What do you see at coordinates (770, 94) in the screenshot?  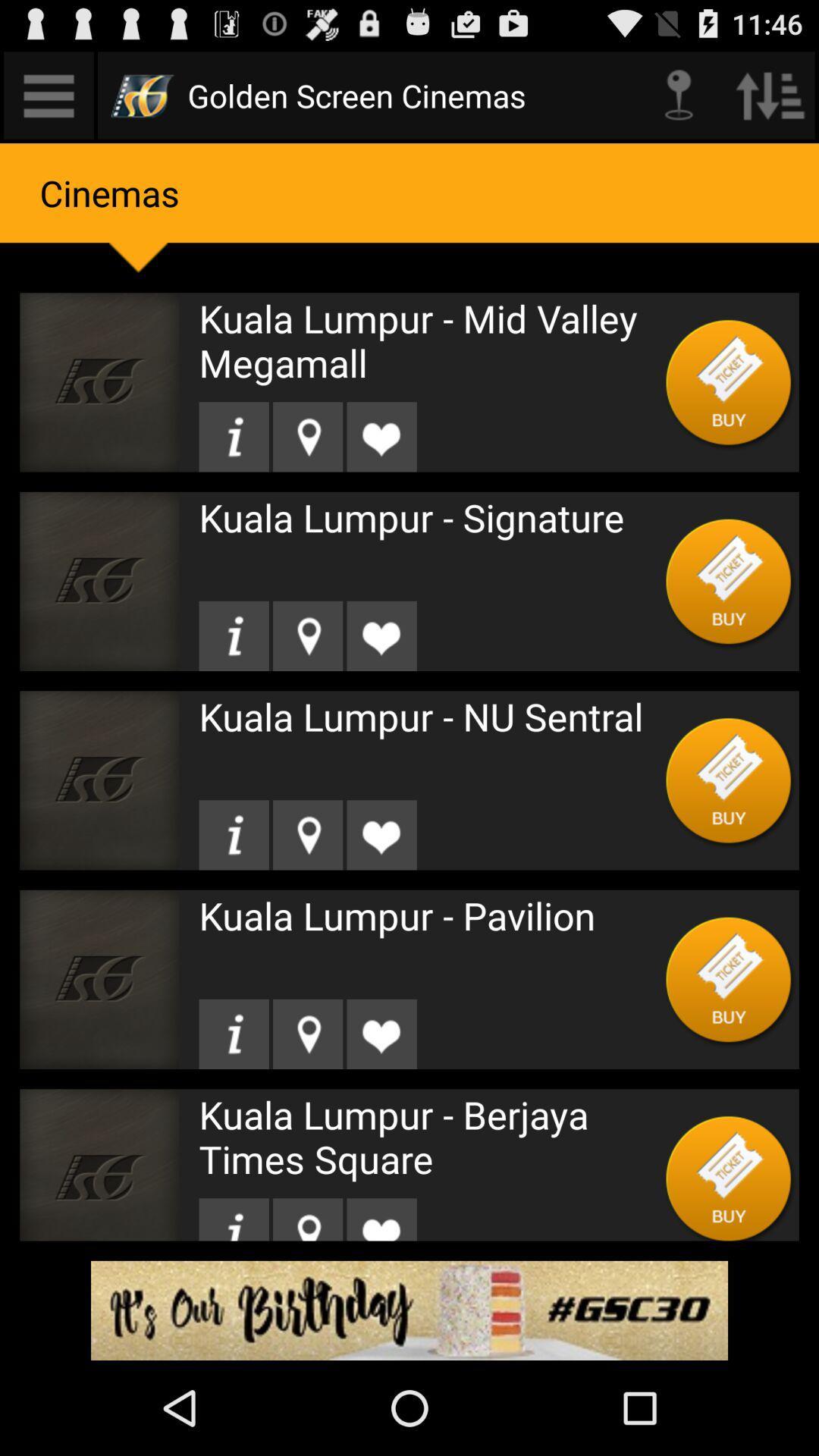 I see `previous` at bounding box center [770, 94].